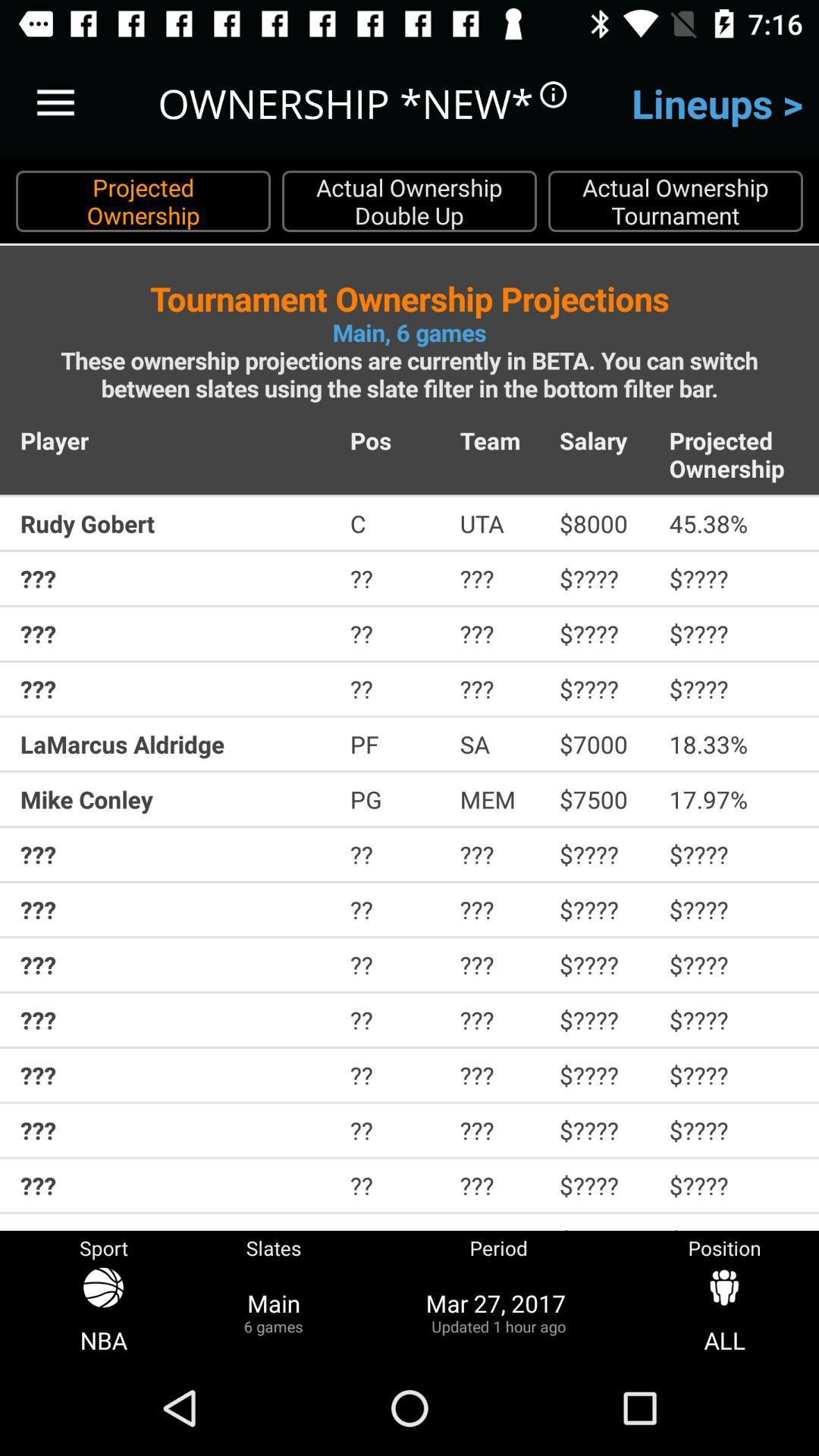  I want to click on the icon to the right of the lamarcus aldridge icon, so click(394, 744).